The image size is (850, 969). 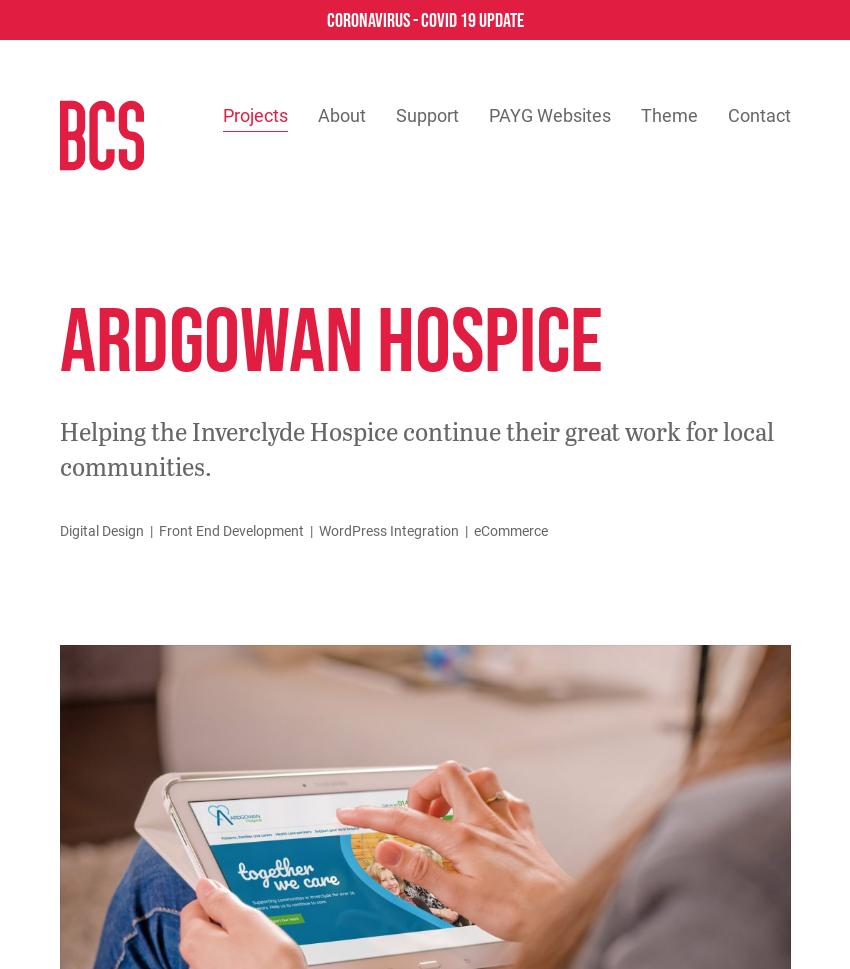 I want to click on 'Contact', so click(x=758, y=115).